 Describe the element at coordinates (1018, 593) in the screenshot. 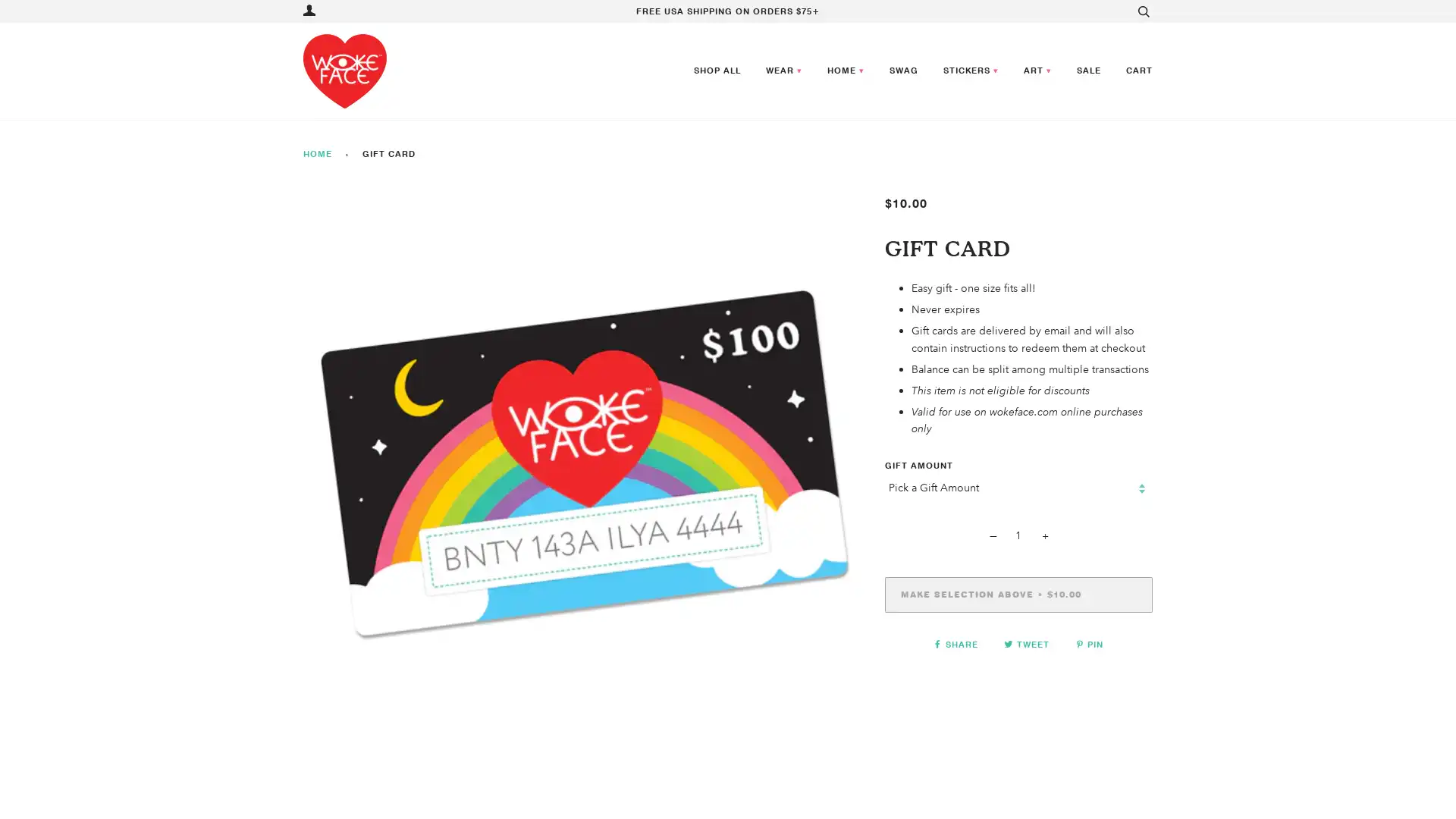

I see `MAKE SELECTION ABOVE  $10.00` at that location.